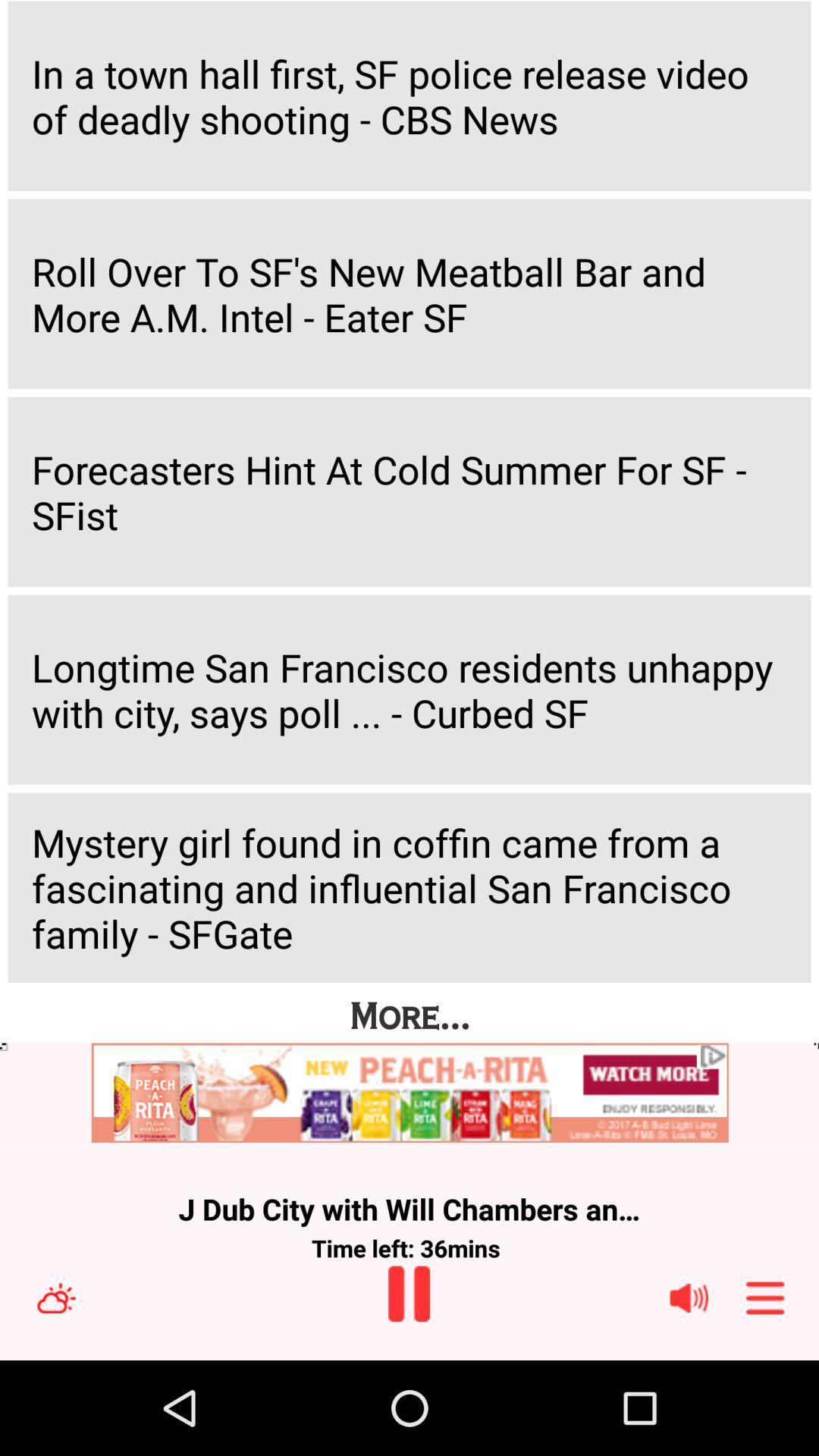 This screenshot has width=819, height=1456. Describe the element at coordinates (408, 1385) in the screenshot. I see `the pause icon` at that location.